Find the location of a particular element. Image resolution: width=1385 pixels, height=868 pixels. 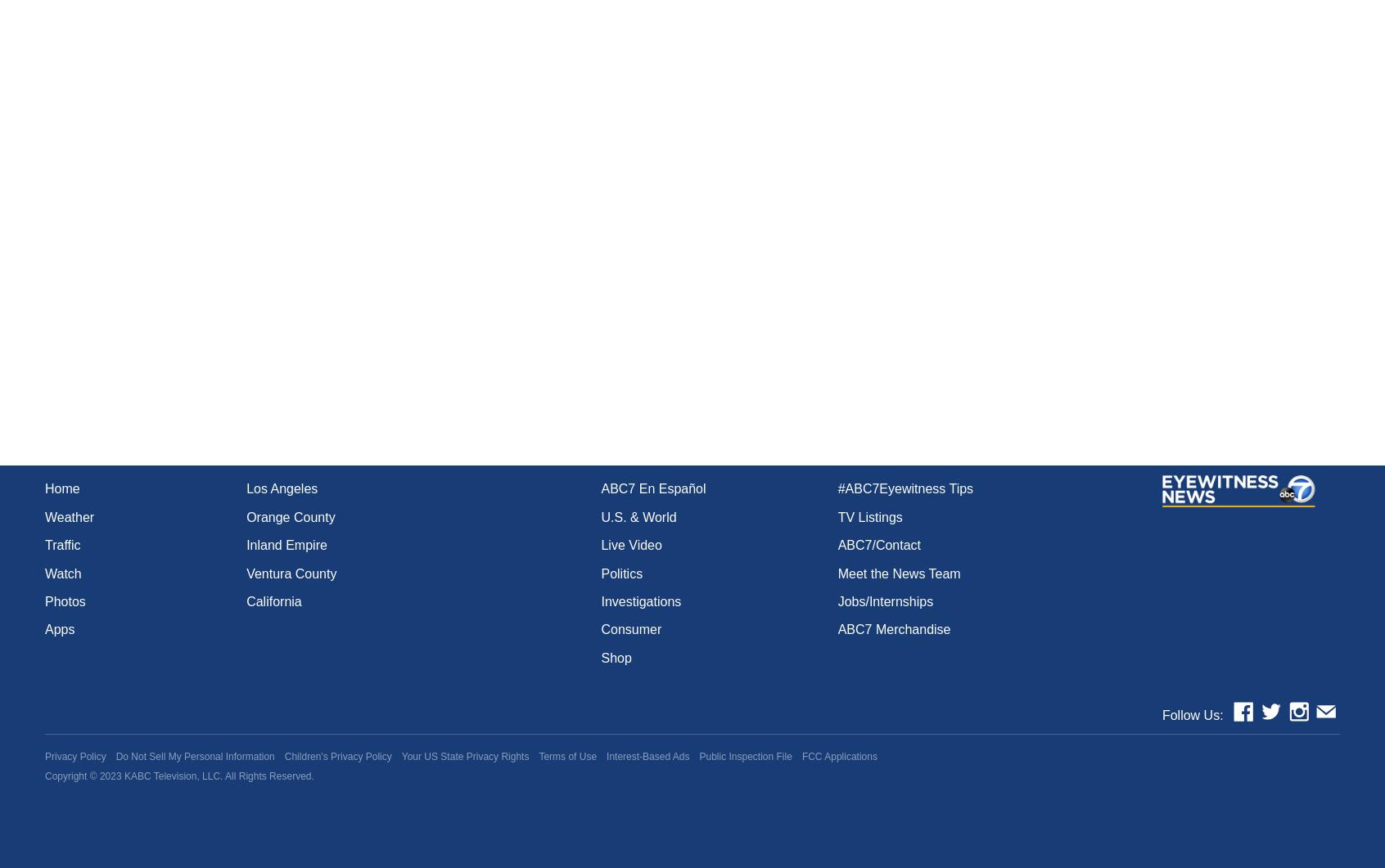

'Children's Privacy Policy' is located at coordinates (337, 755).